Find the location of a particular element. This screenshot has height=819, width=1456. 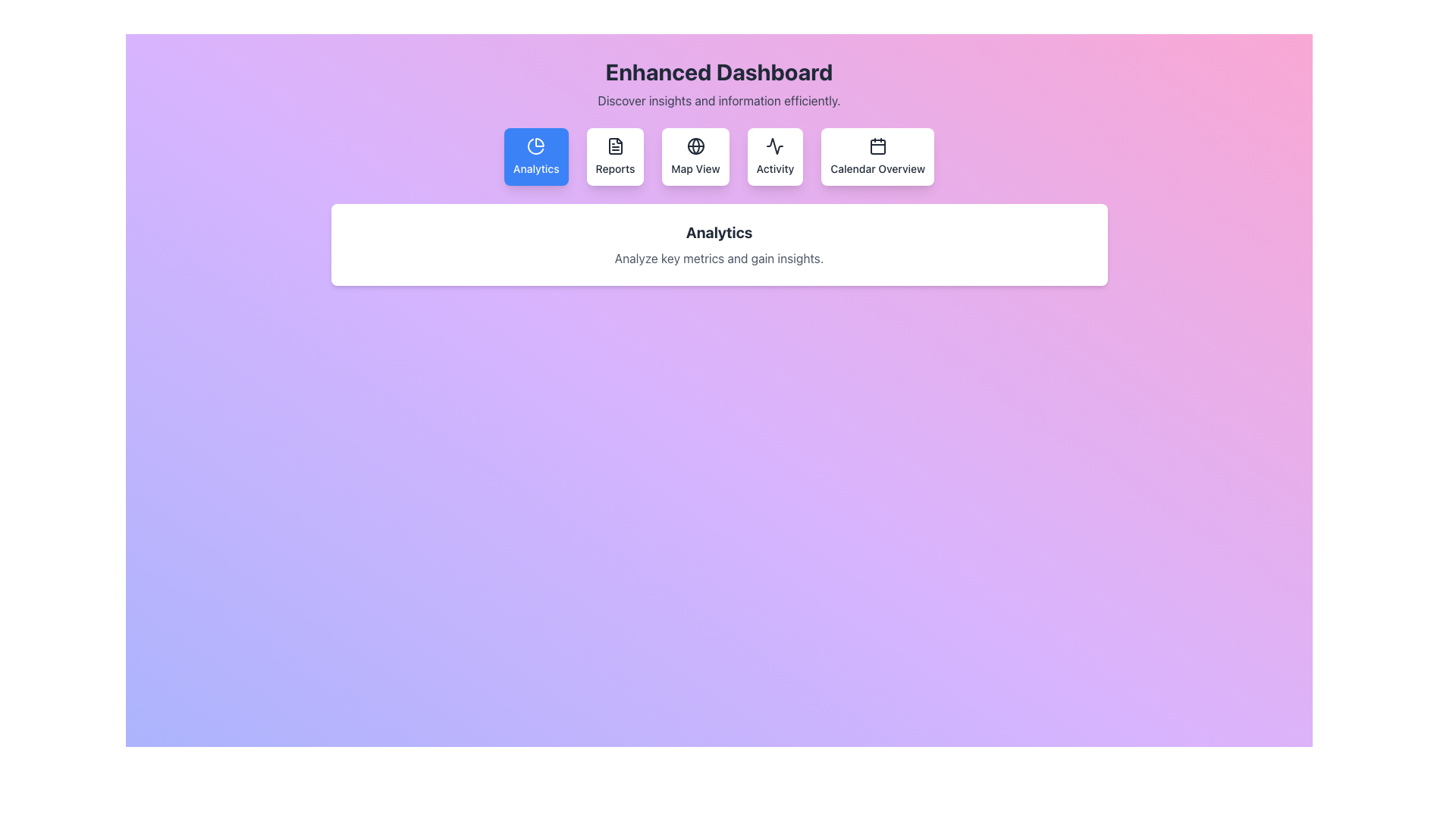

the two-line text header displaying 'Enhanced Dashboard' that is centered at the top of the interface is located at coordinates (718, 84).